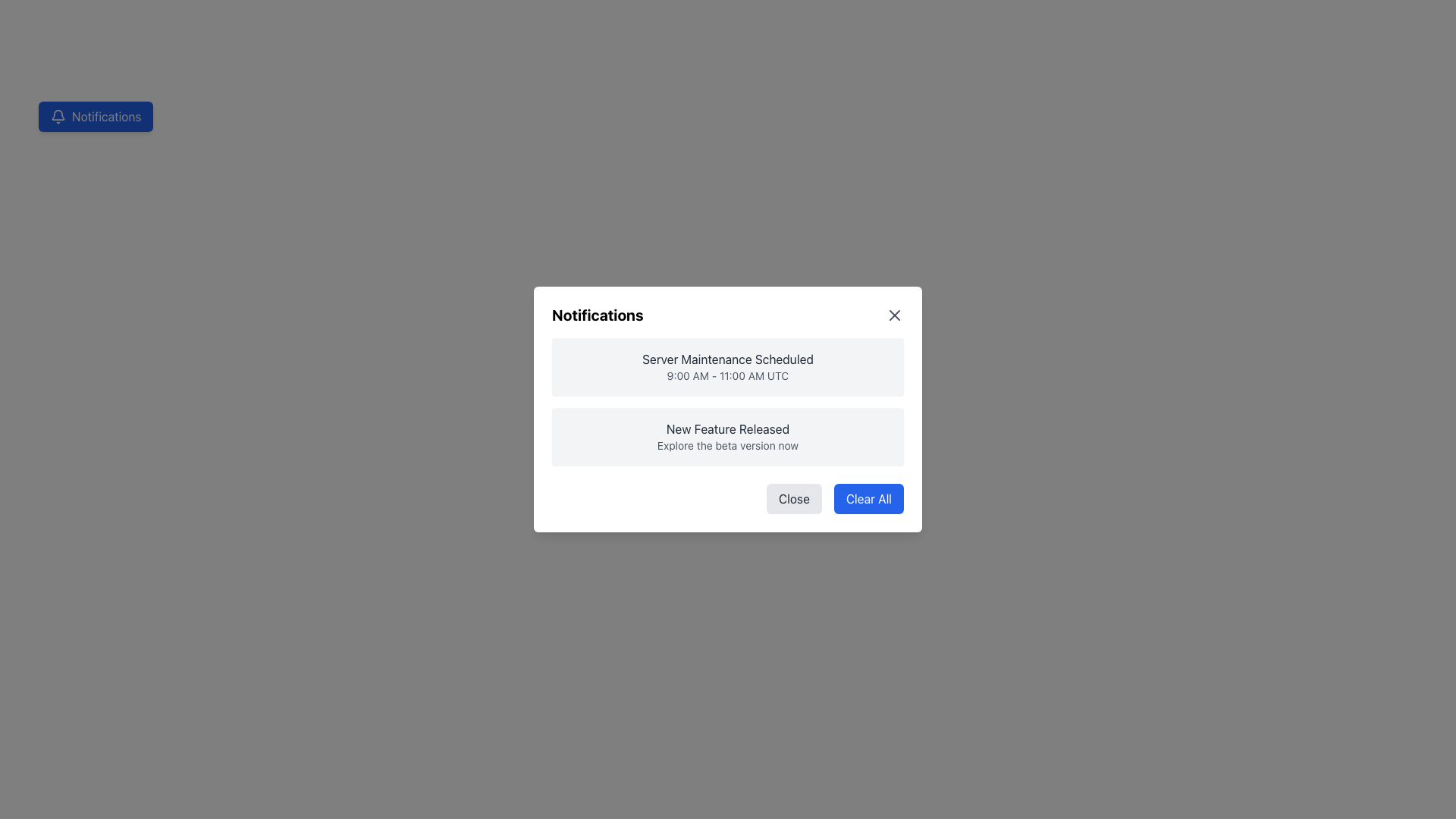 Image resolution: width=1456 pixels, height=819 pixels. I want to click on the Informational notification card about upcoming server maintenance, located at the top of the notification list within the 'Notifications' modal dialog, so click(728, 366).